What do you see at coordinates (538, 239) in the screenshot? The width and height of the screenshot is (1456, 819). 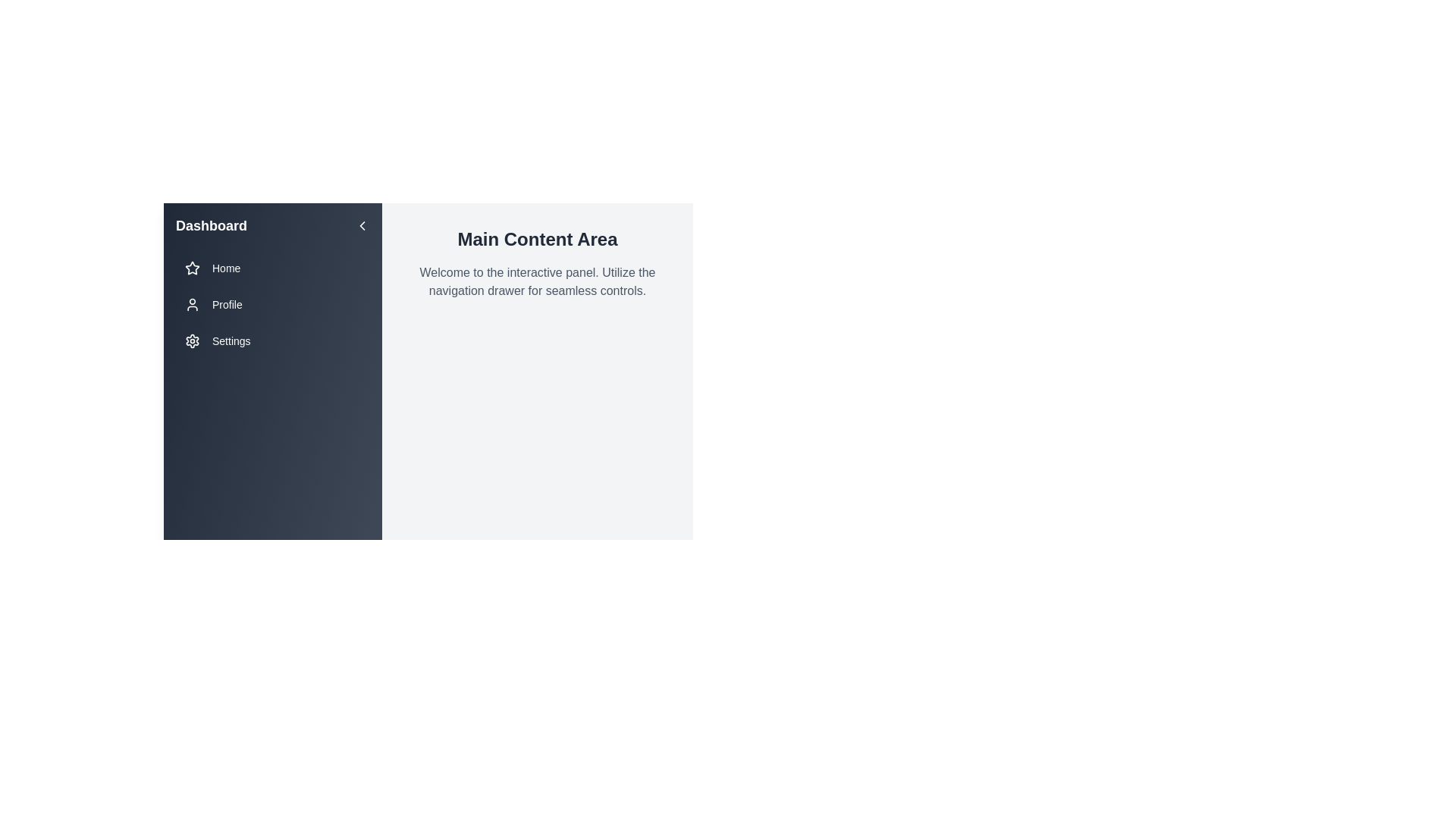 I see `the text label that serves as a title or header for the main content area, positioned at the top central part of the interface` at bounding box center [538, 239].